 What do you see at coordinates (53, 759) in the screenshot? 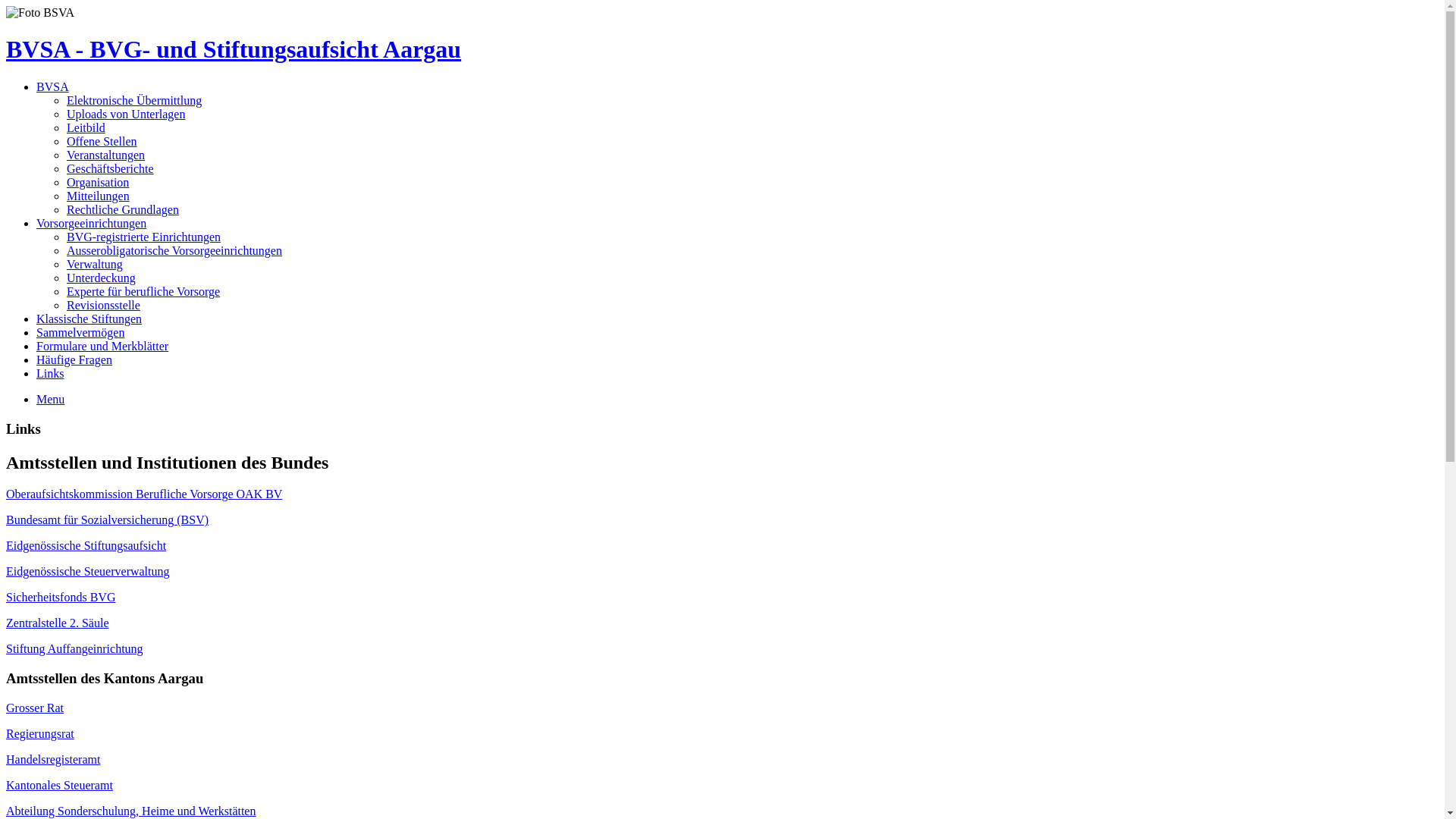
I see `'Handelsregisteramt'` at bounding box center [53, 759].